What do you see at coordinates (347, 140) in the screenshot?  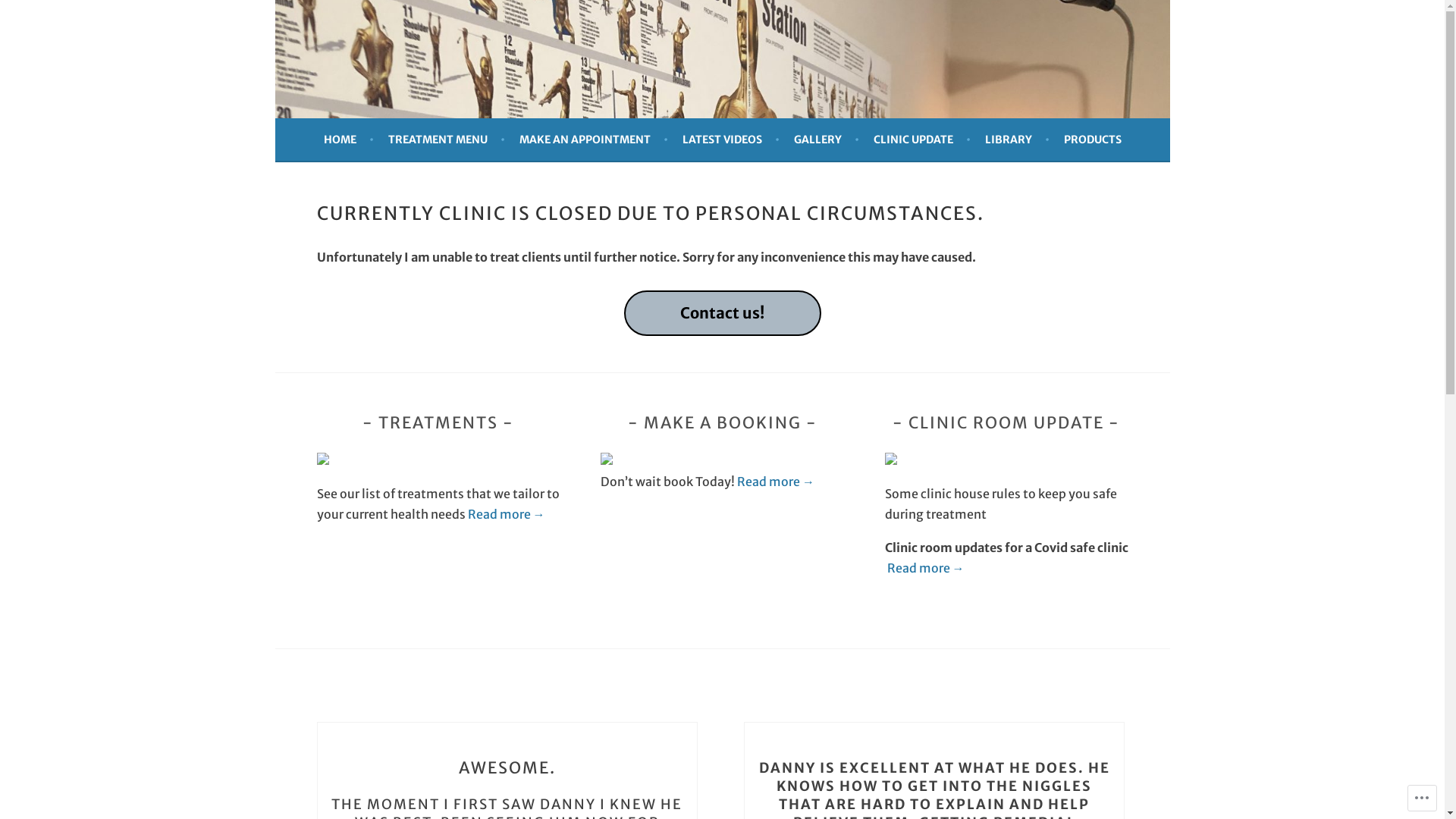 I see `'HOME'` at bounding box center [347, 140].